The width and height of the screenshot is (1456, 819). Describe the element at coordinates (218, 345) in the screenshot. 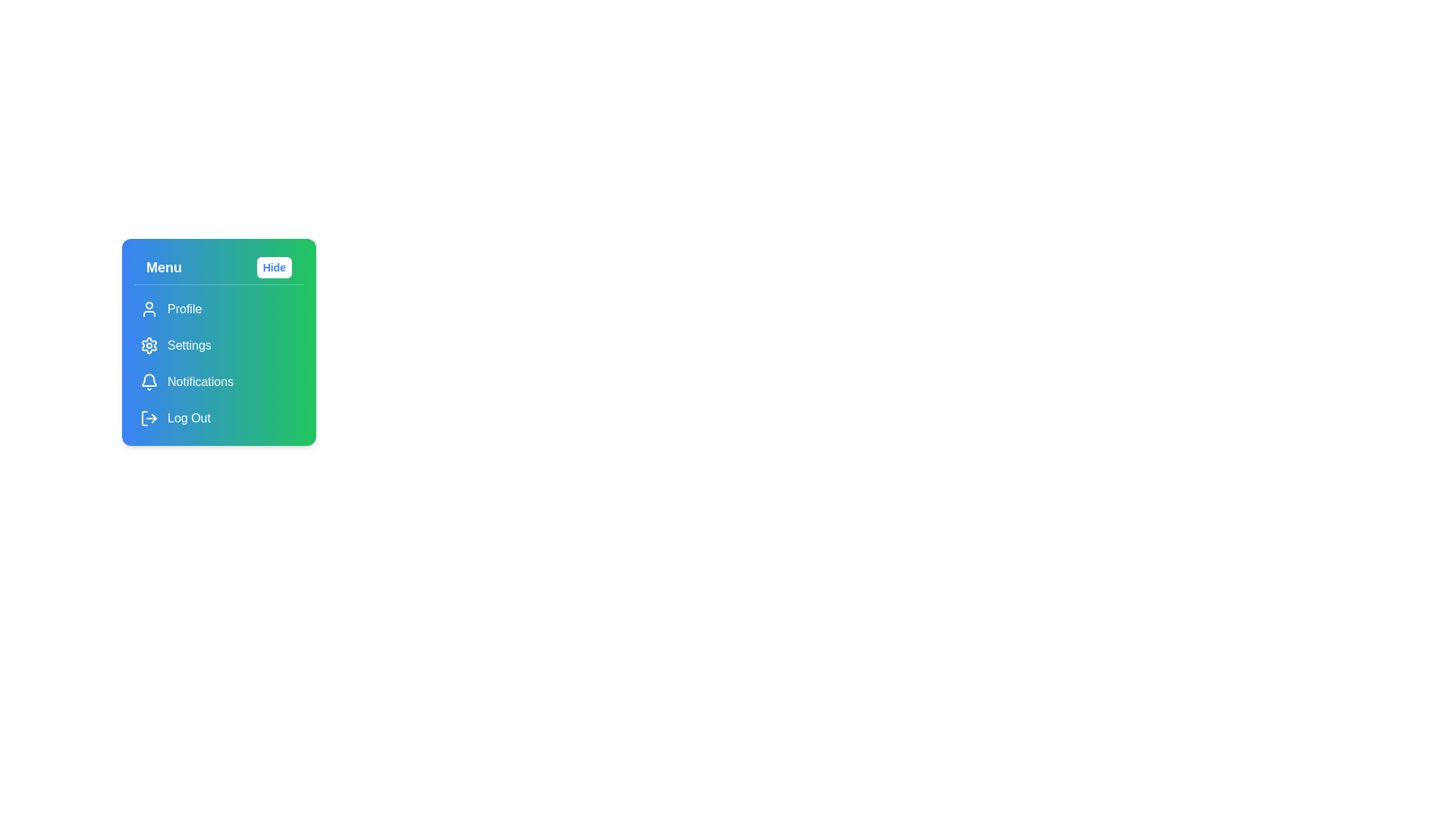

I see `the second menu item labeled 'Settings' in the vertical menu` at that location.